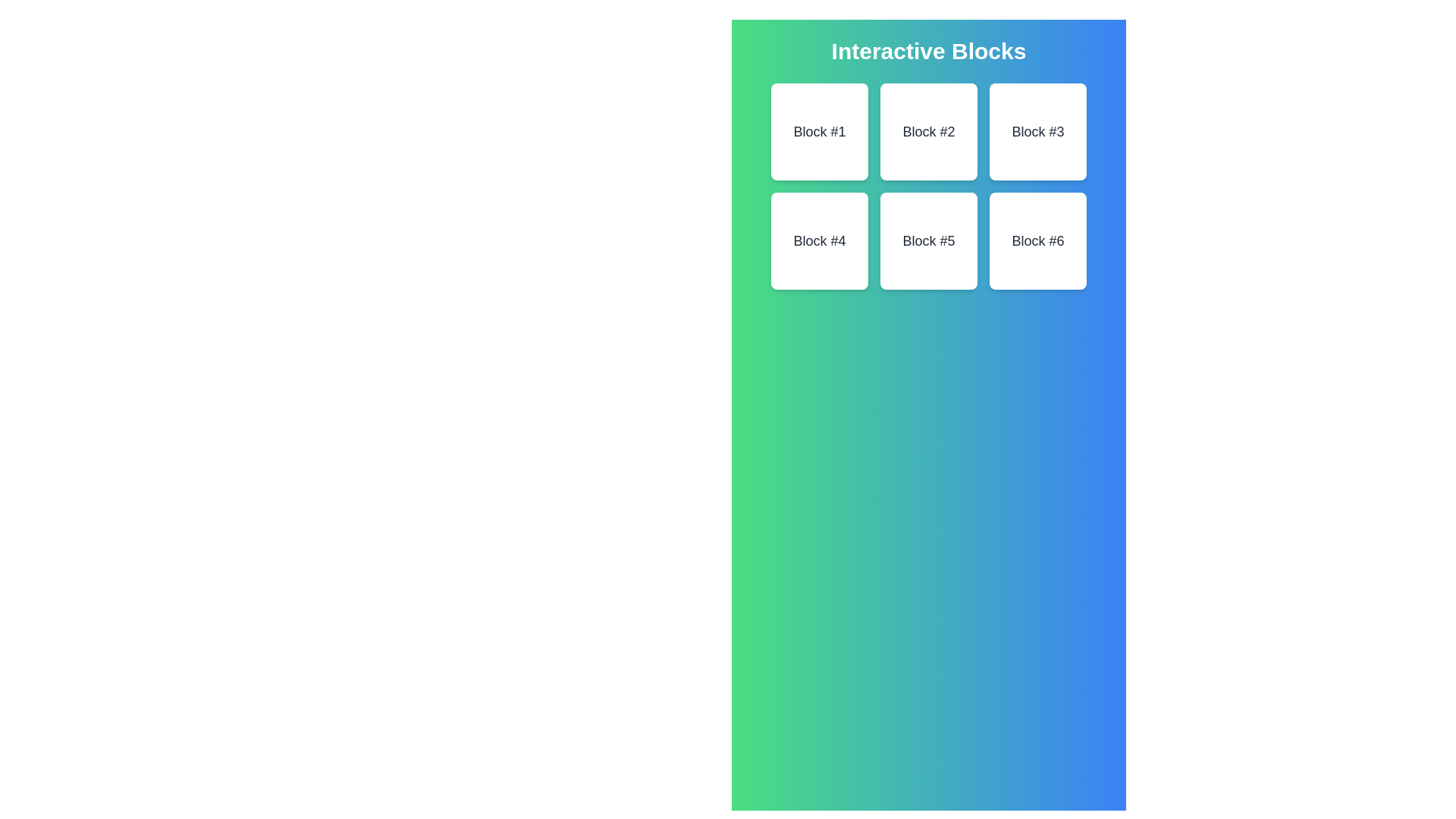 Image resolution: width=1456 pixels, height=819 pixels. What do you see at coordinates (1037, 130) in the screenshot?
I see `the Static content tile labeled 'Block #3', which is a white square tile with rounded corners, featuring bold text and a shadow effect` at bounding box center [1037, 130].